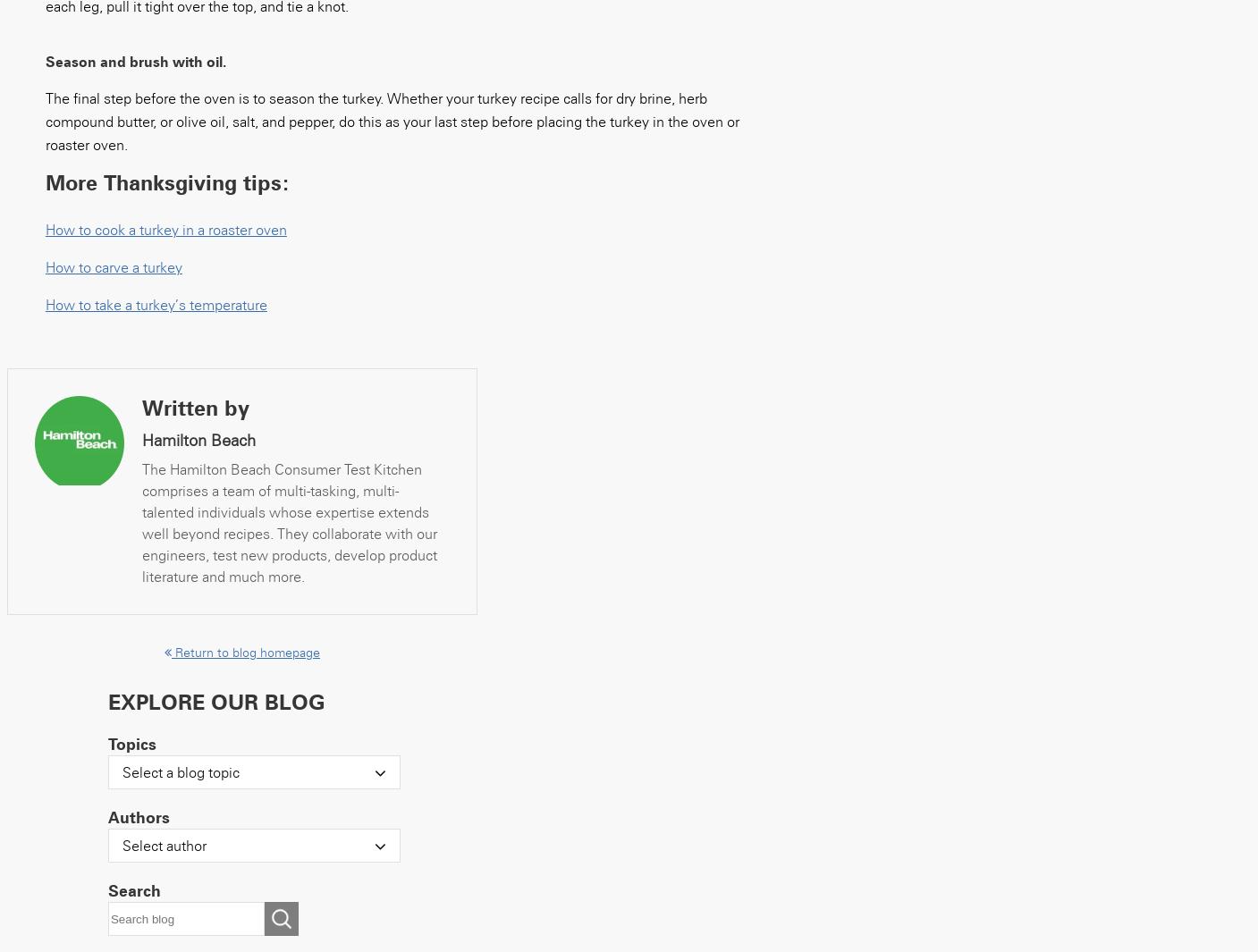 The height and width of the screenshot is (952, 1258). I want to click on 'Season and brush with oil.', so click(134, 61).